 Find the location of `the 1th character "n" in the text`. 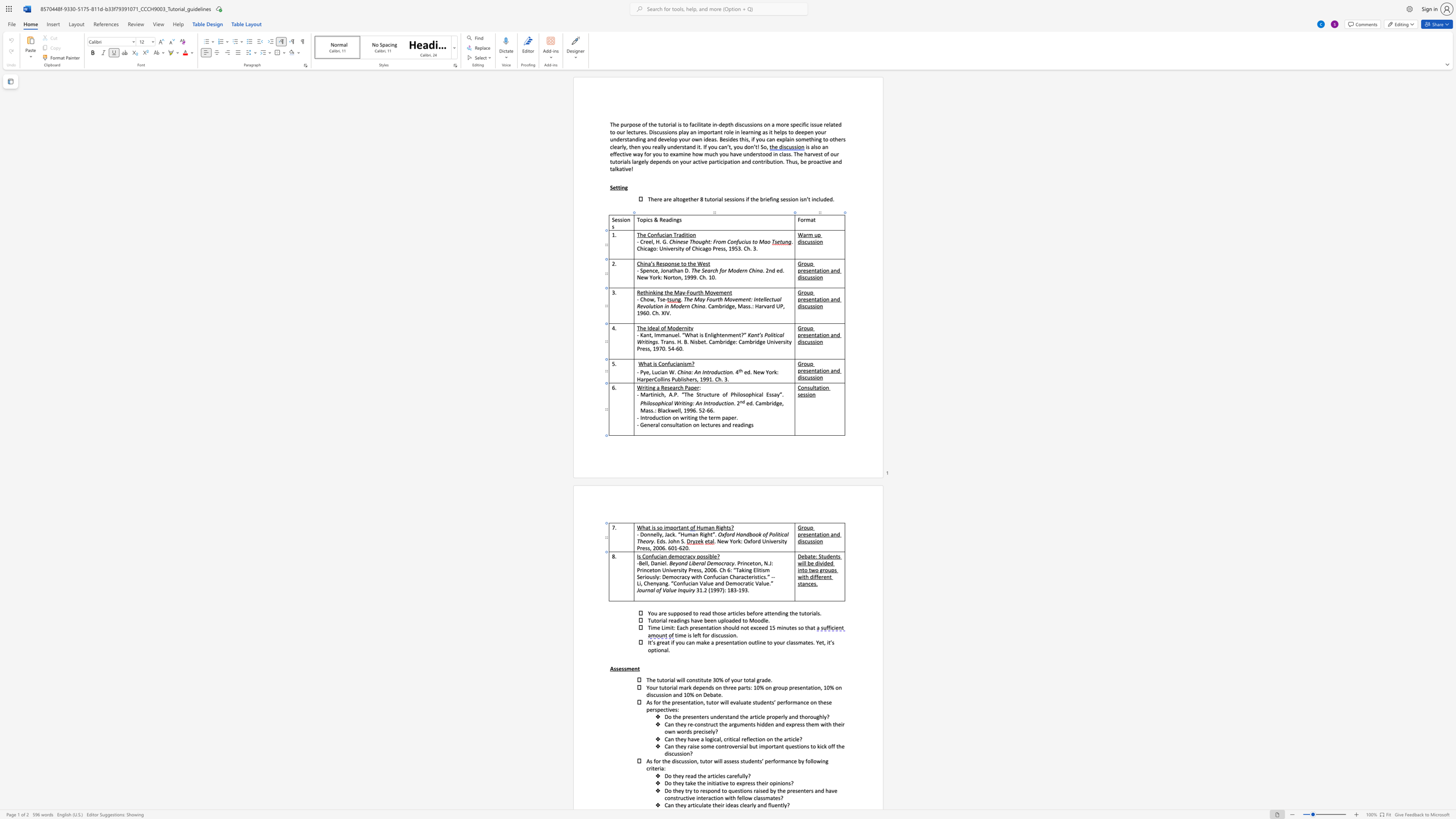

the 1th character "n" in the text is located at coordinates (648, 534).